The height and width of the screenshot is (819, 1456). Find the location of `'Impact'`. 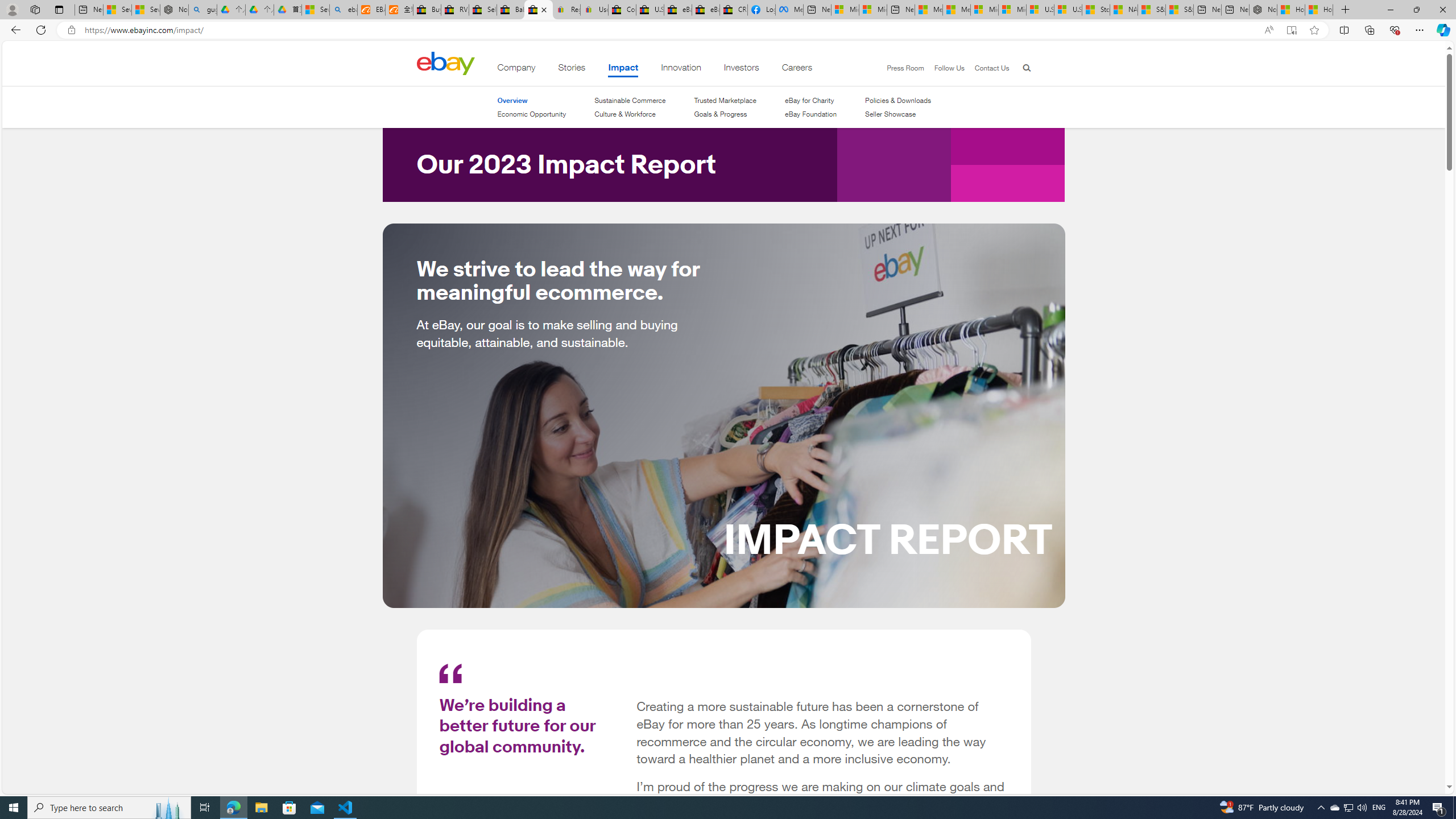

'Impact' is located at coordinates (623, 69).